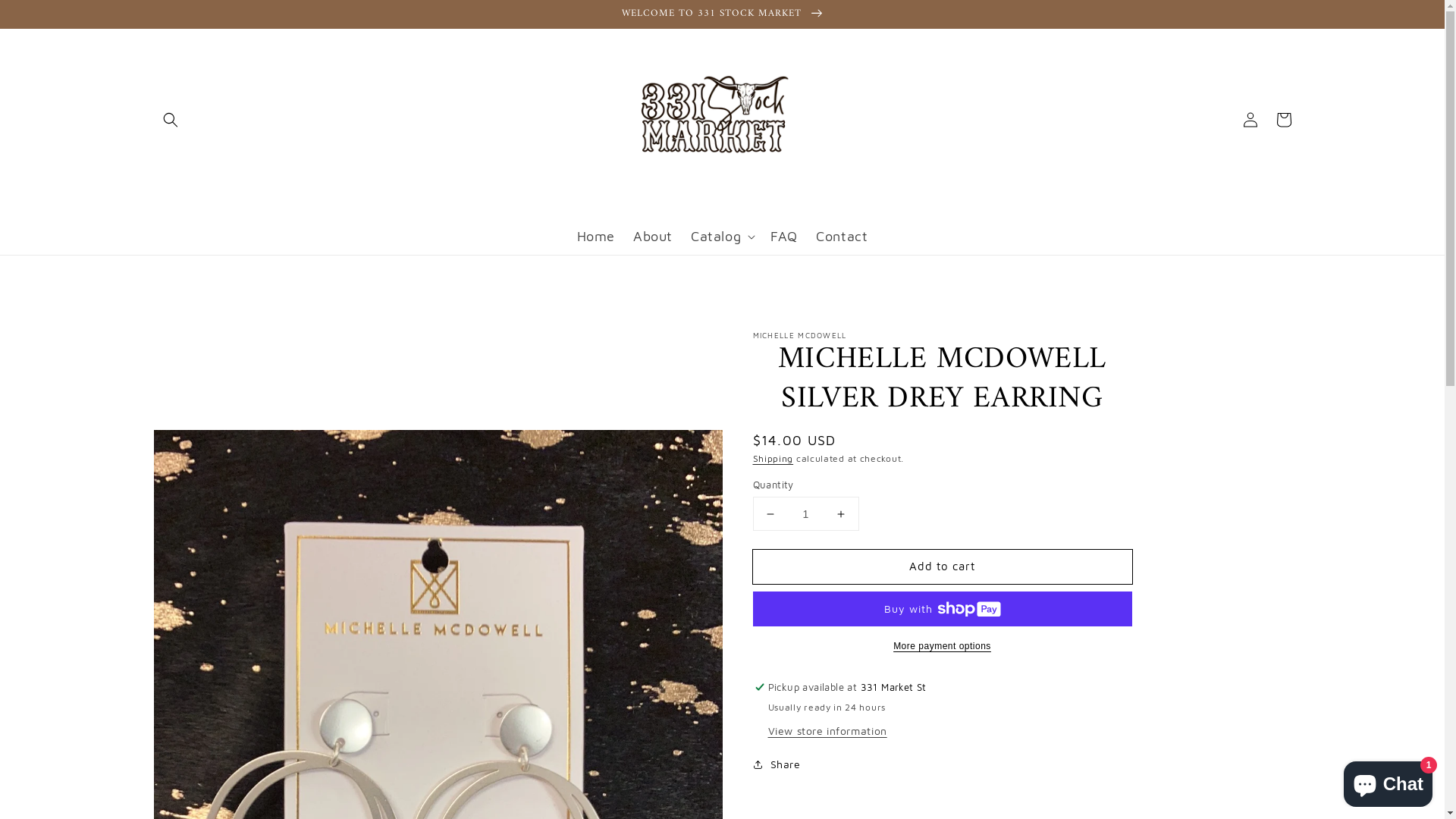  I want to click on 'Shipping', so click(772, 457).